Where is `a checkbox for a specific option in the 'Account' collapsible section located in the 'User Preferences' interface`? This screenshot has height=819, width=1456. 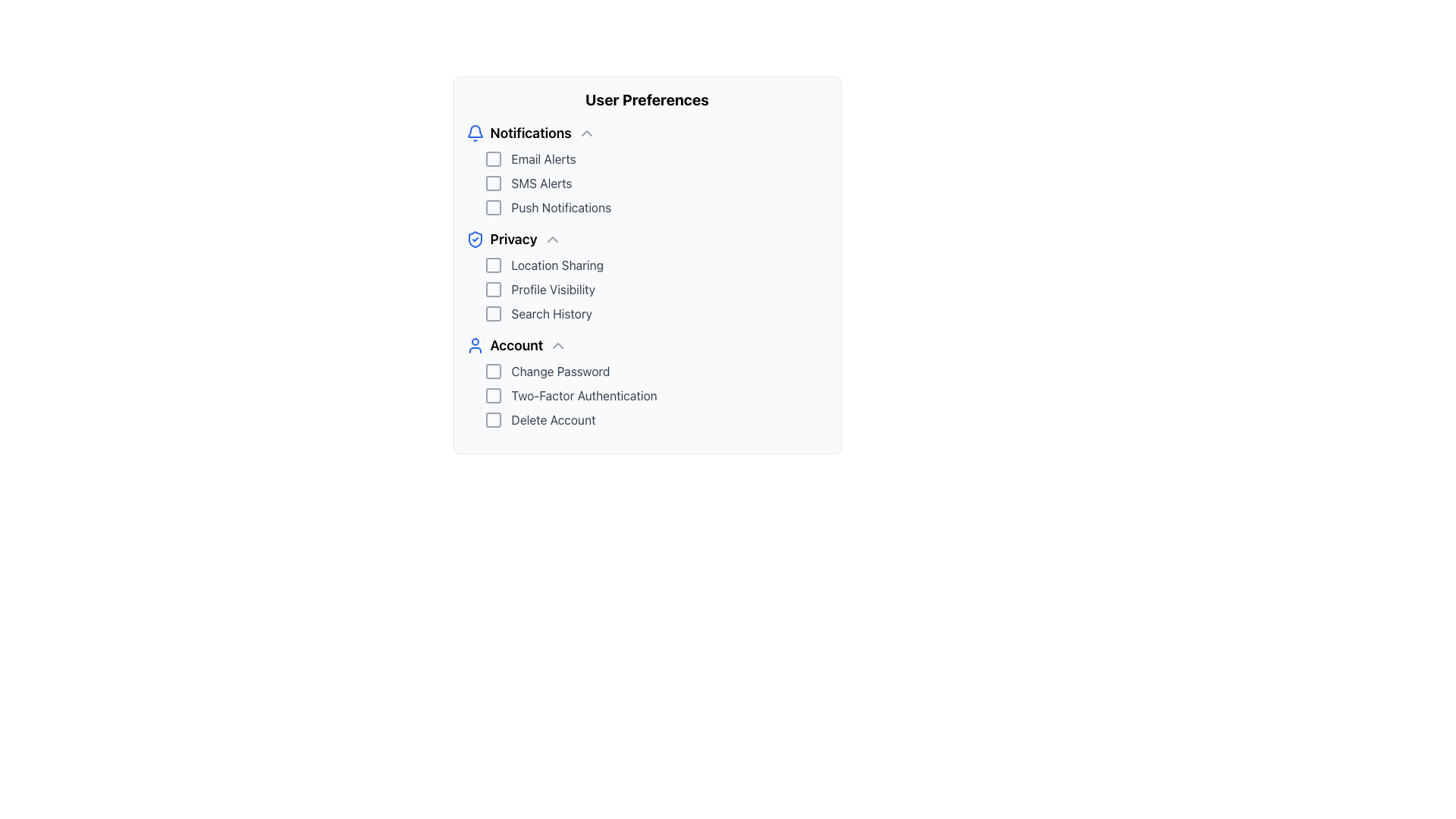
a checkbox for a specific option in the 'Account' collapsible section located in the 'User Preferences' interface is located at coordinates (647, 381).